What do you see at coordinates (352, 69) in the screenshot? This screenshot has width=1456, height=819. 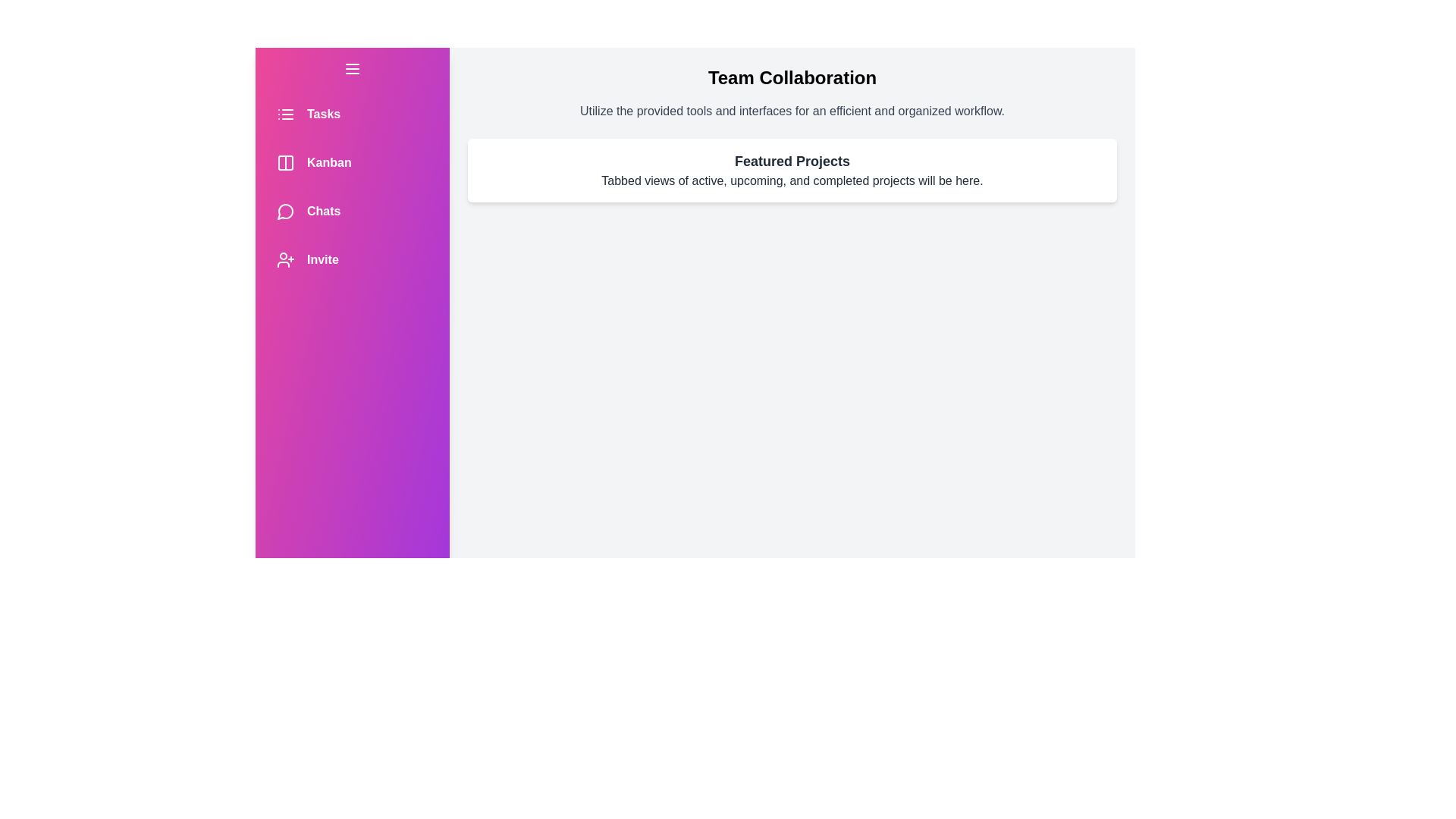 I see `the menu button to toggle the drawer` at bounding box center [352, 69].